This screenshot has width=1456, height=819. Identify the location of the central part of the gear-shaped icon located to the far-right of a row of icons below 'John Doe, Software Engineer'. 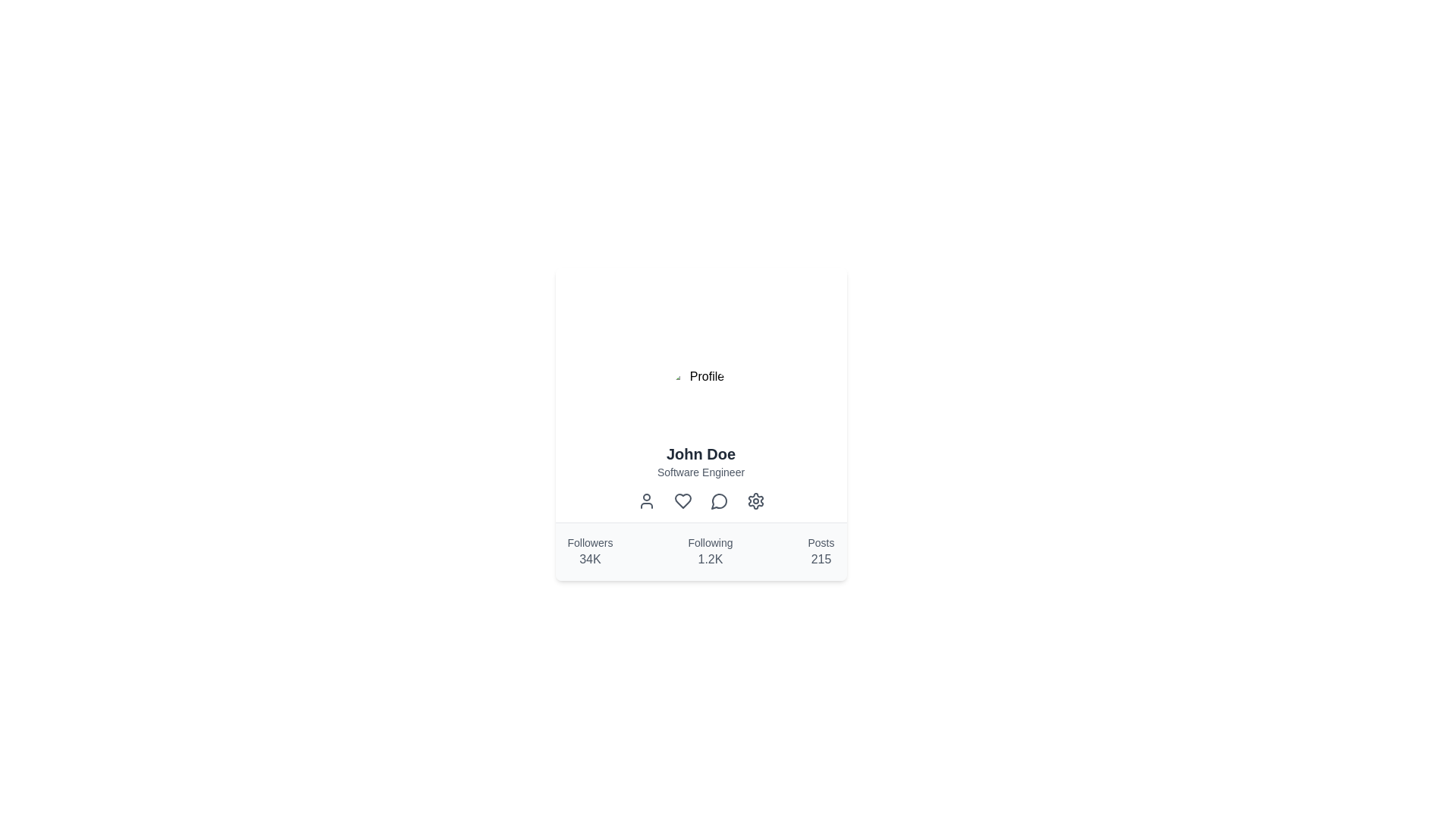
(755, 500).